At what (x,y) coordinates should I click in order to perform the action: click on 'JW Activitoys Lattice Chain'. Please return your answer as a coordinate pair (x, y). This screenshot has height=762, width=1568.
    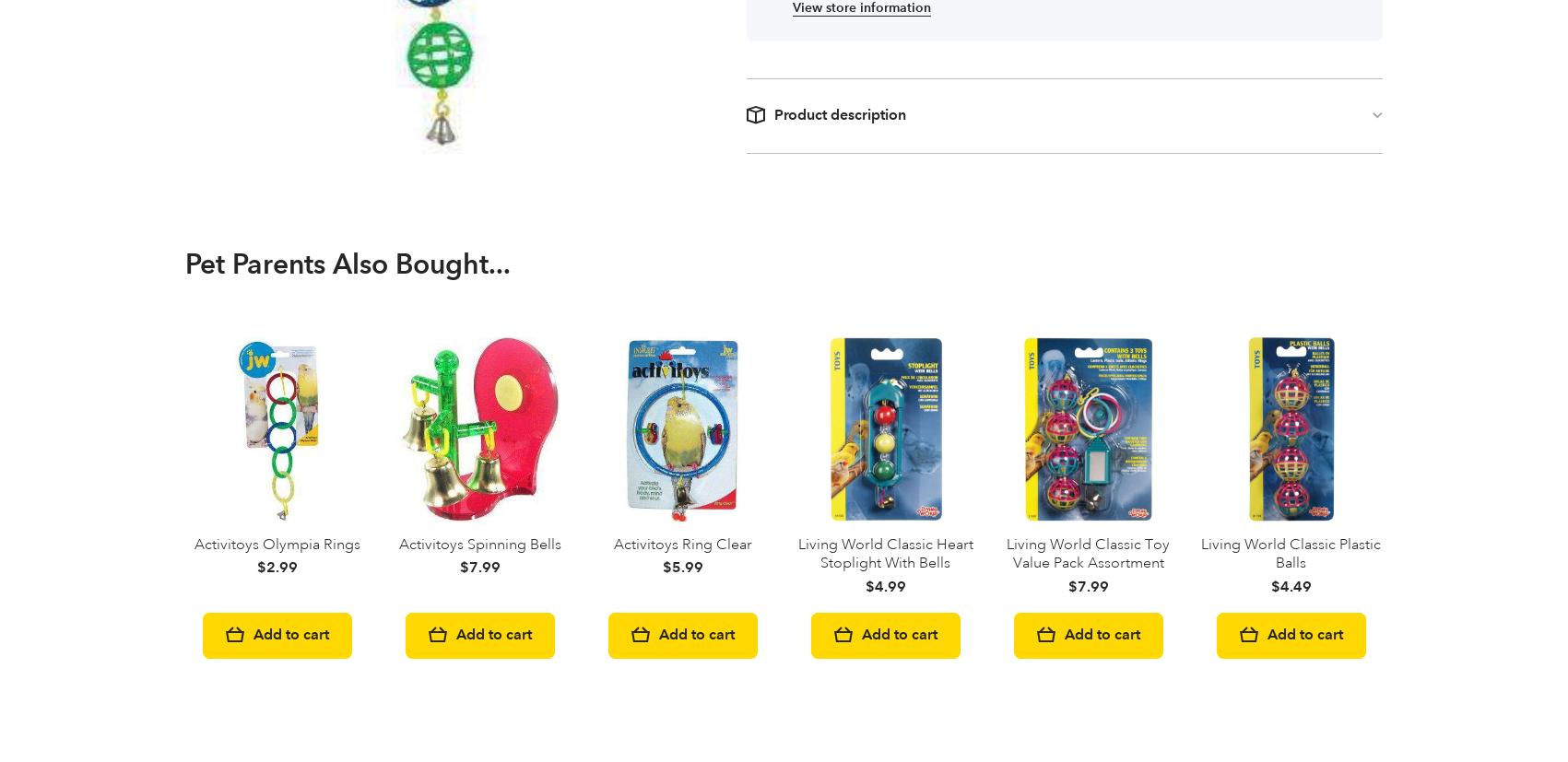
    Looking at the image, I should click on (662, 75).